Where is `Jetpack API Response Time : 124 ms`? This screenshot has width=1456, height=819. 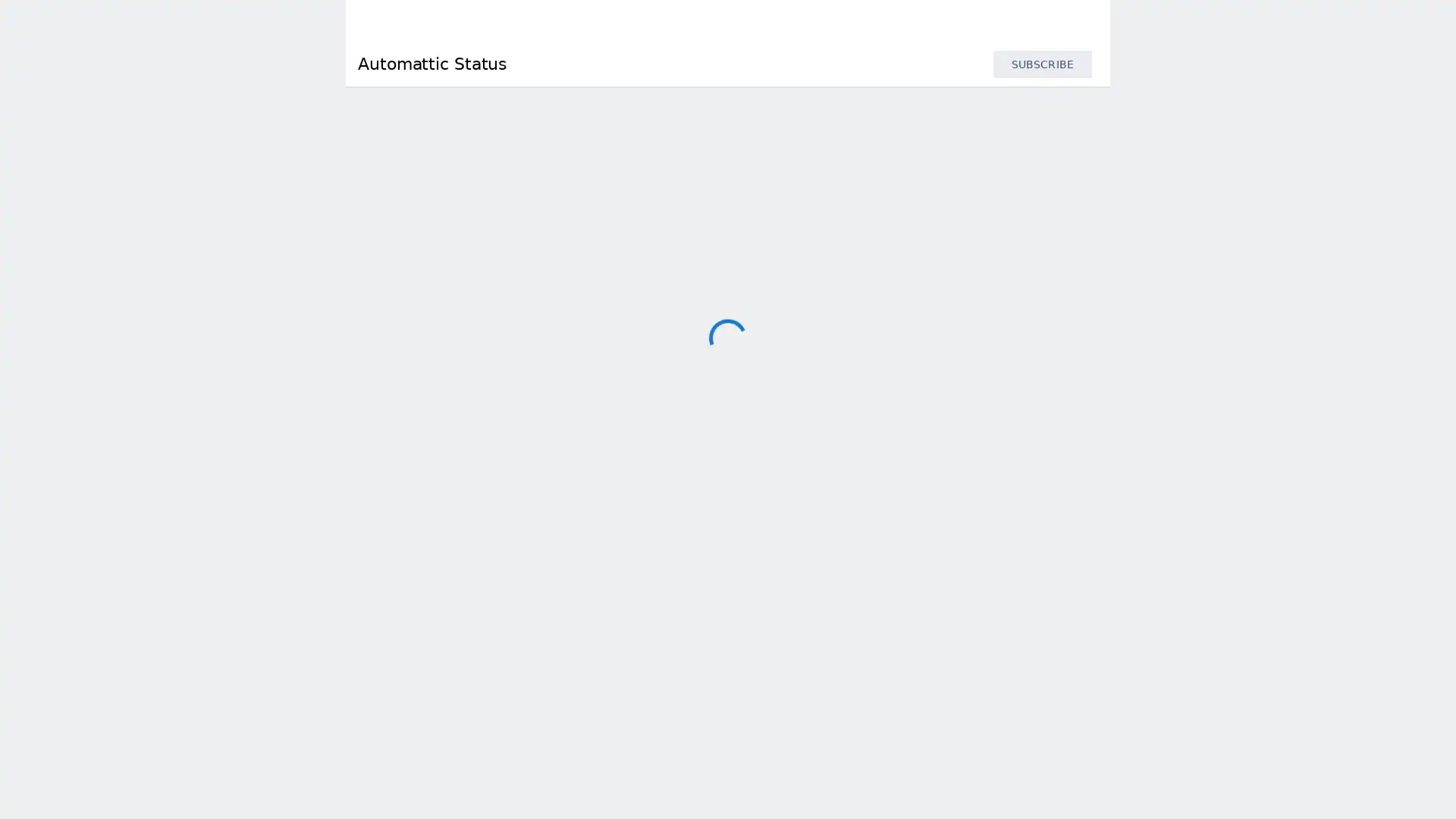
Jetpack API Response Time : 124 ms is located at coordinates (635, 476).